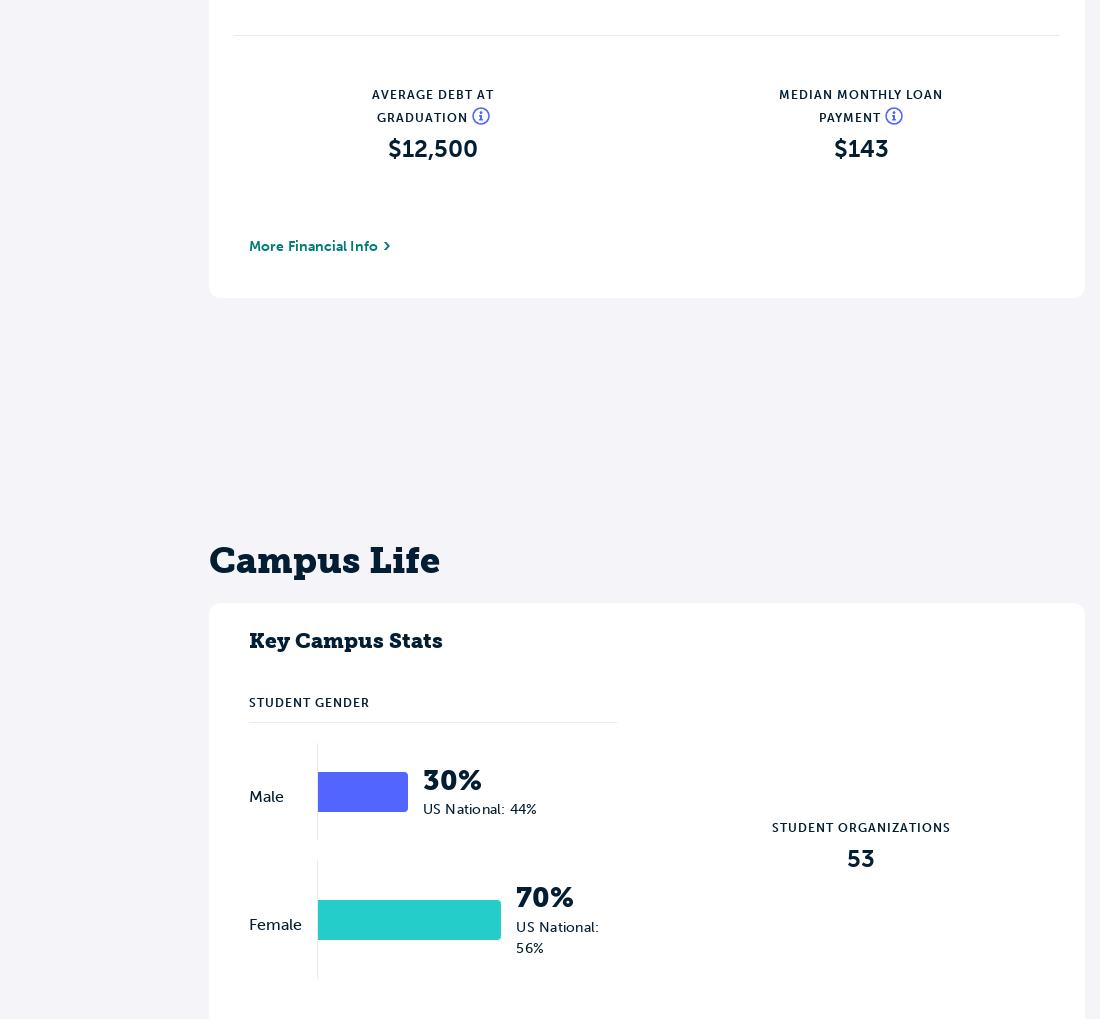 This screenshot has width=1100, height=1019. Describe the element at coordinates (859, 856) in the screenshot. I see `'53'` at that location.